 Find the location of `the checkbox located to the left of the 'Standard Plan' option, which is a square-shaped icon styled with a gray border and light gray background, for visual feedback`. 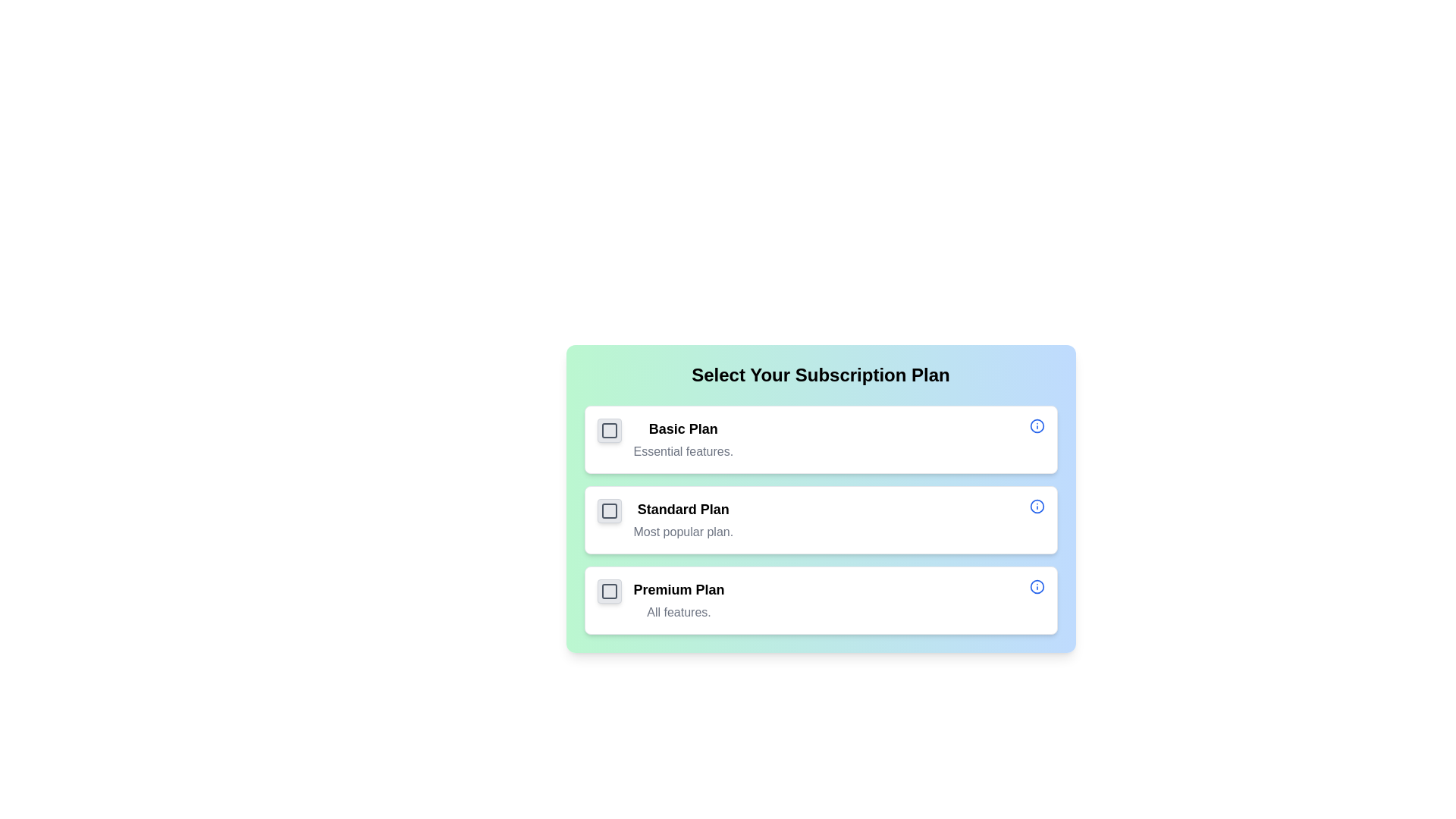

the checkbox located to the left of the 'Standard Plan' option, which is a square-shaped icon styled with a gray border and light gray background, for visual feedback is located at coordinates (609, 511).